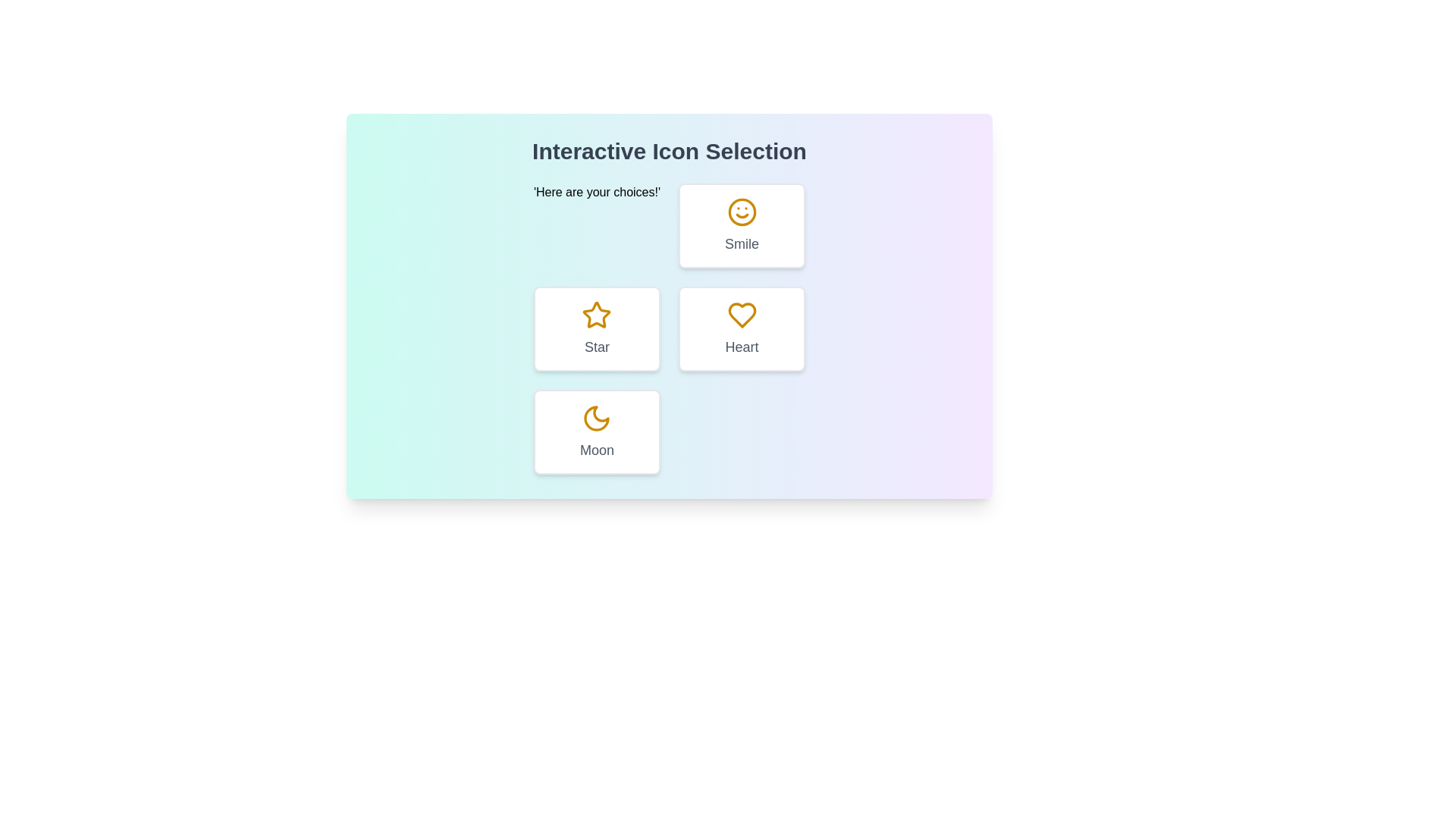 The image size is (1456, 819). What do you see at coordinates (596, 418) in the screenshot?
I see `the Moon icon located at the top of the bottom center card in a grid of four selectable cards` at bounding box center [596, 418].